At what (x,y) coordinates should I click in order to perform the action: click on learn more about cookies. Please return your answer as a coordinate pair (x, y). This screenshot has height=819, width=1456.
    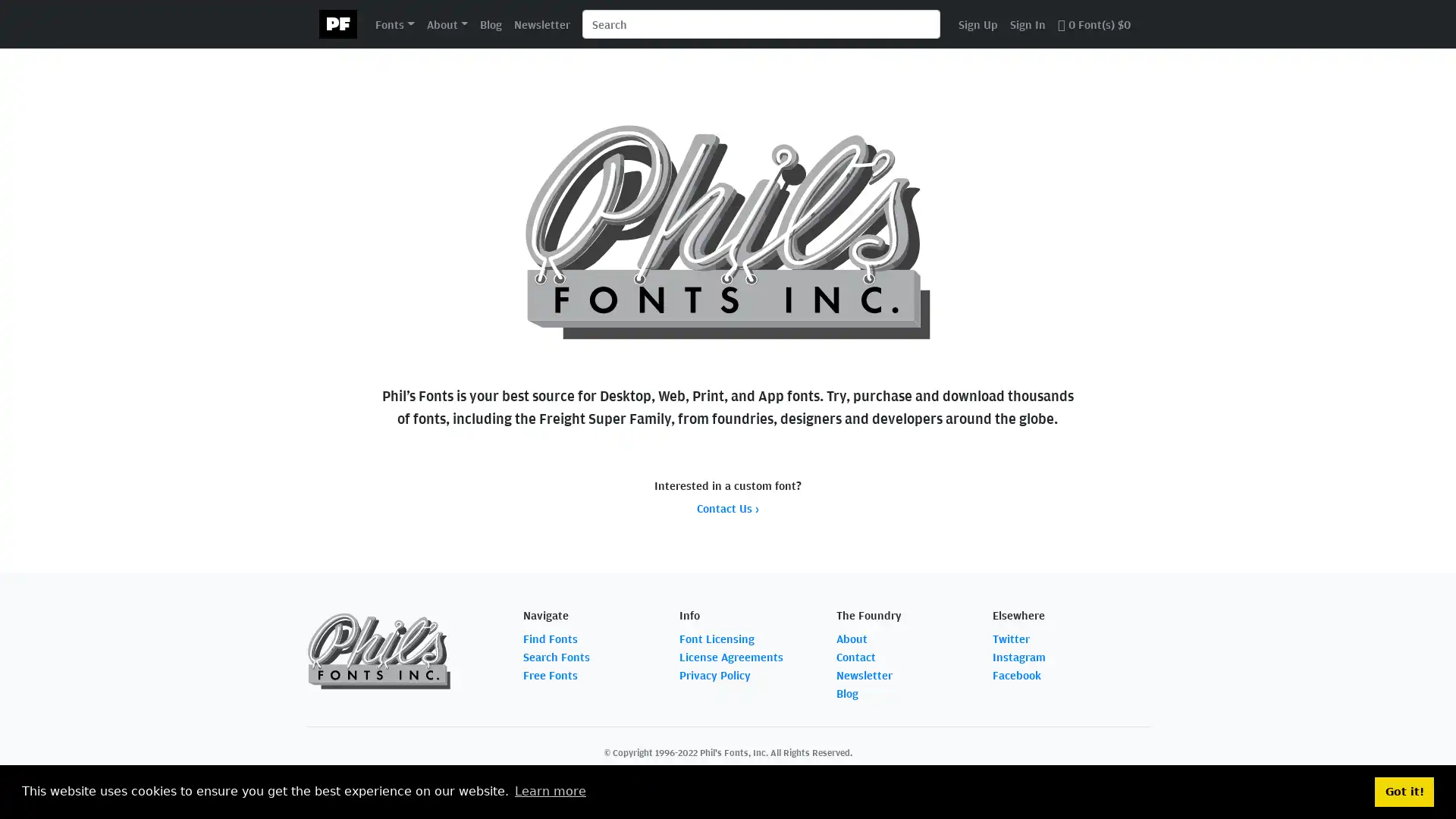
    Looking at the image, I should click on (549, 791).